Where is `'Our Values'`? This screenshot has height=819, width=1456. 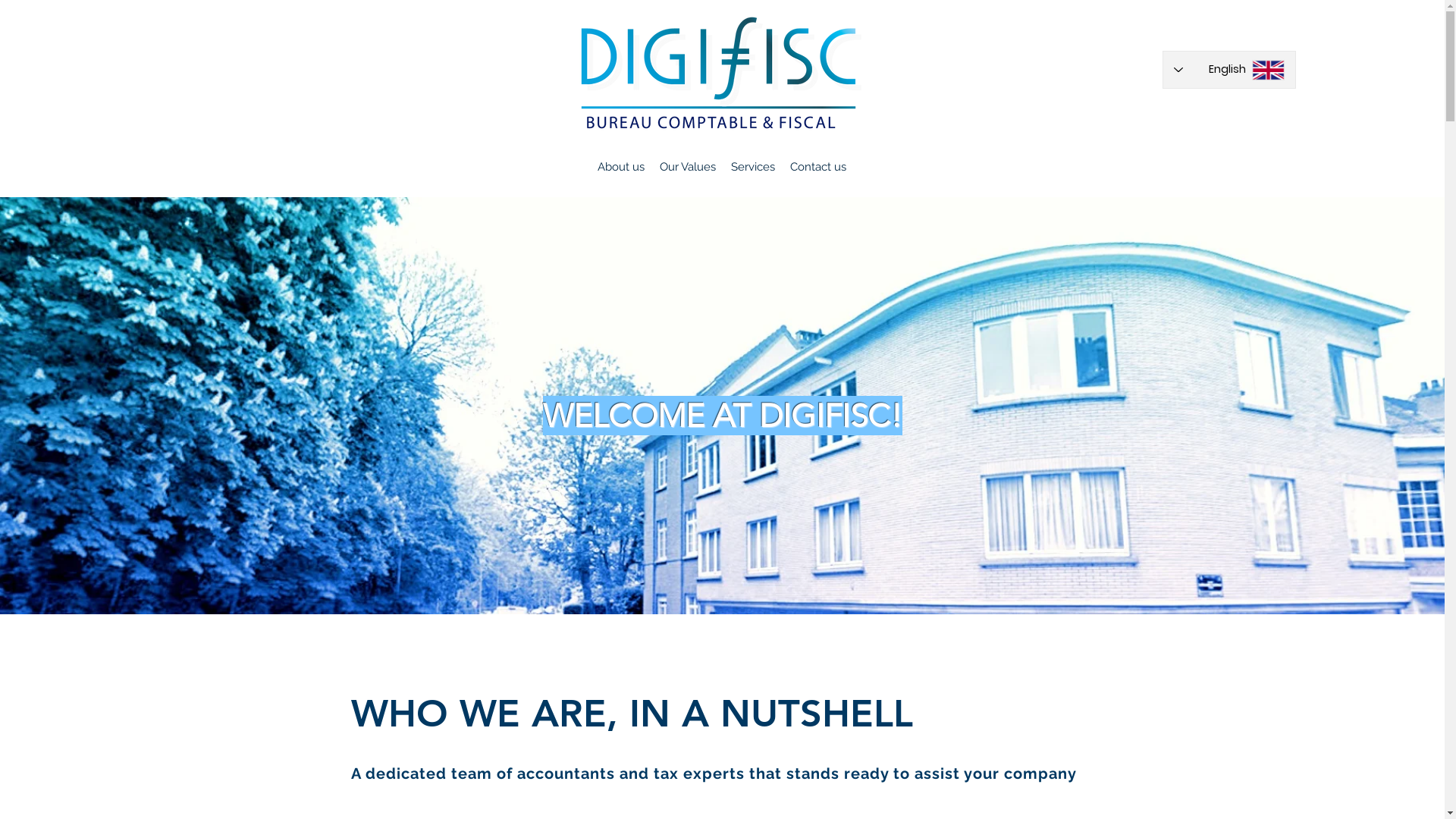 'Our Values' is located at coordinates (687, 166).